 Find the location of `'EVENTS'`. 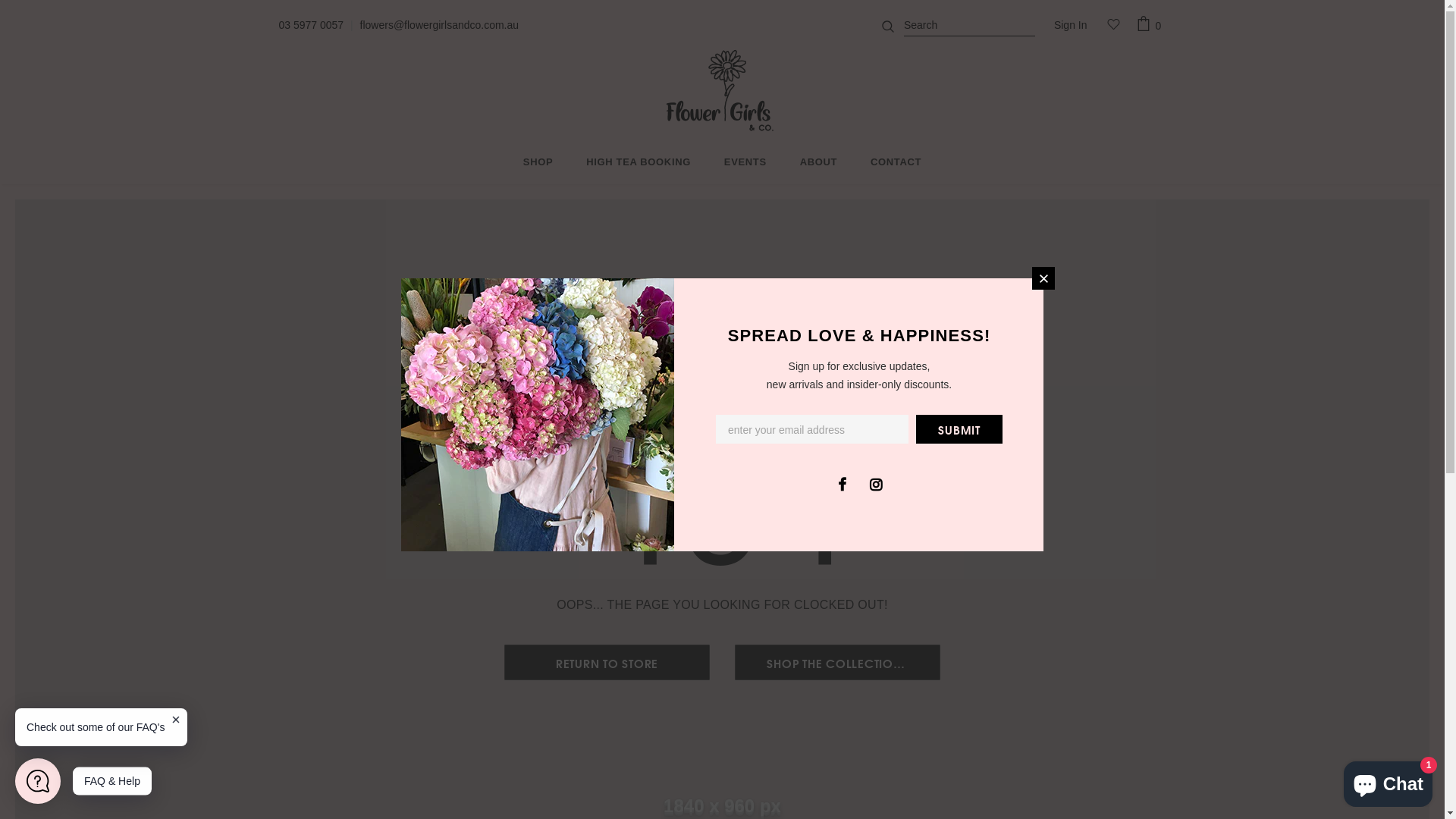

'EVENTS' is located at coordinates (723, 164).